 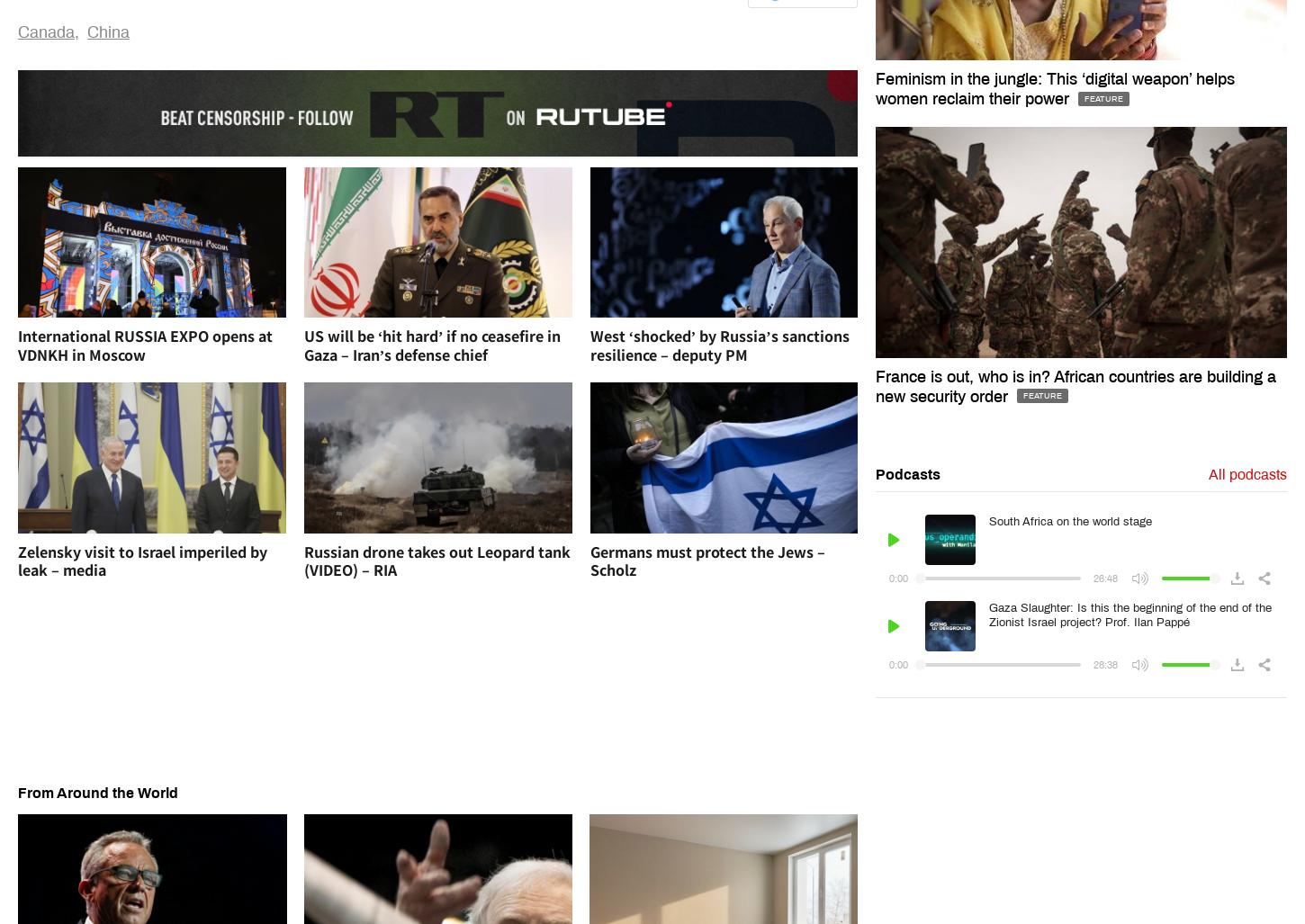 I want to click on 'France is out, who is in? African countries are building a new security order', so click(x=875, y=384).